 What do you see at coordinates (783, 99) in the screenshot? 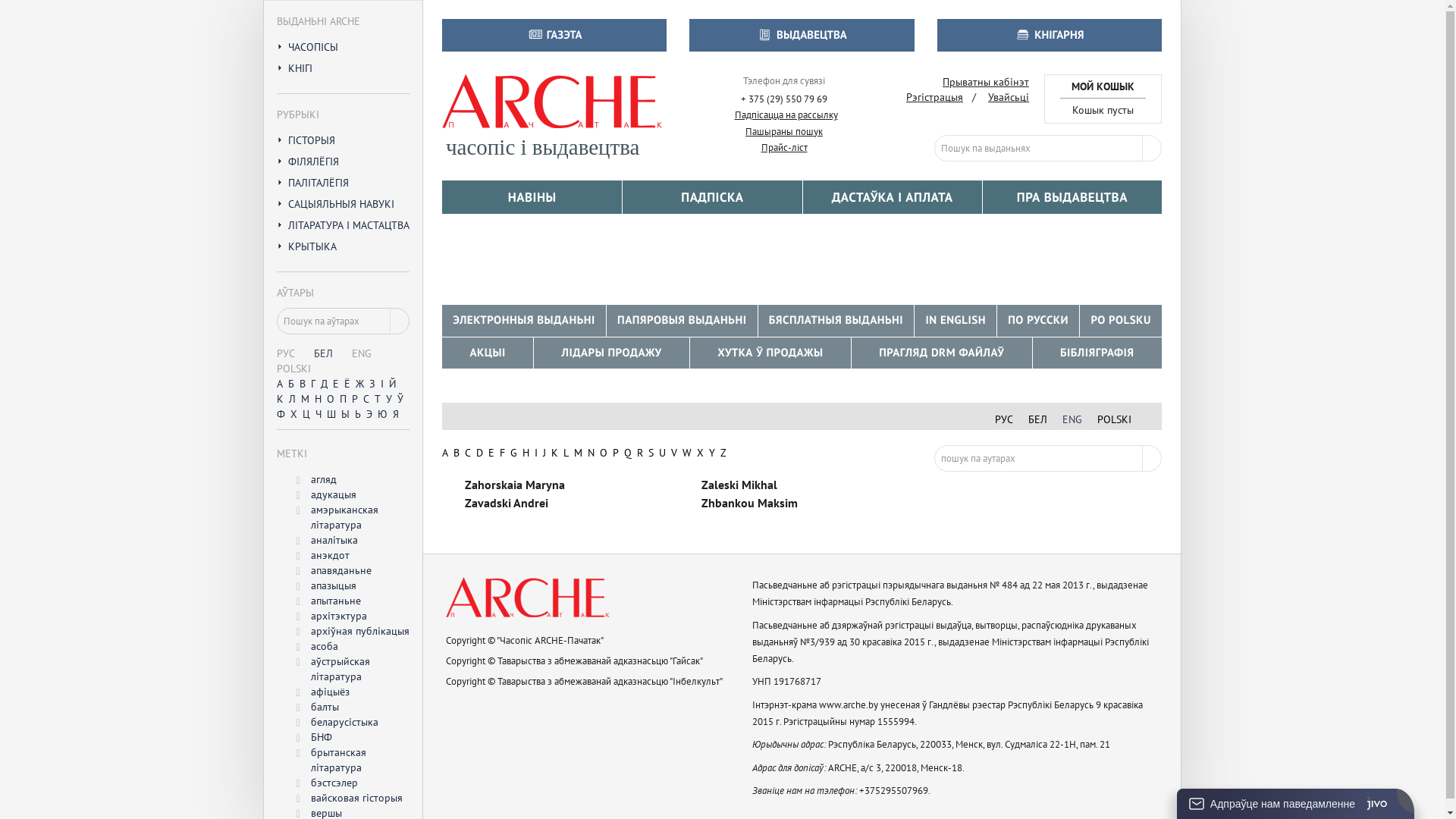
I see `'+ 375 (29) 550 79 69'` at bounding box center [783, 99].